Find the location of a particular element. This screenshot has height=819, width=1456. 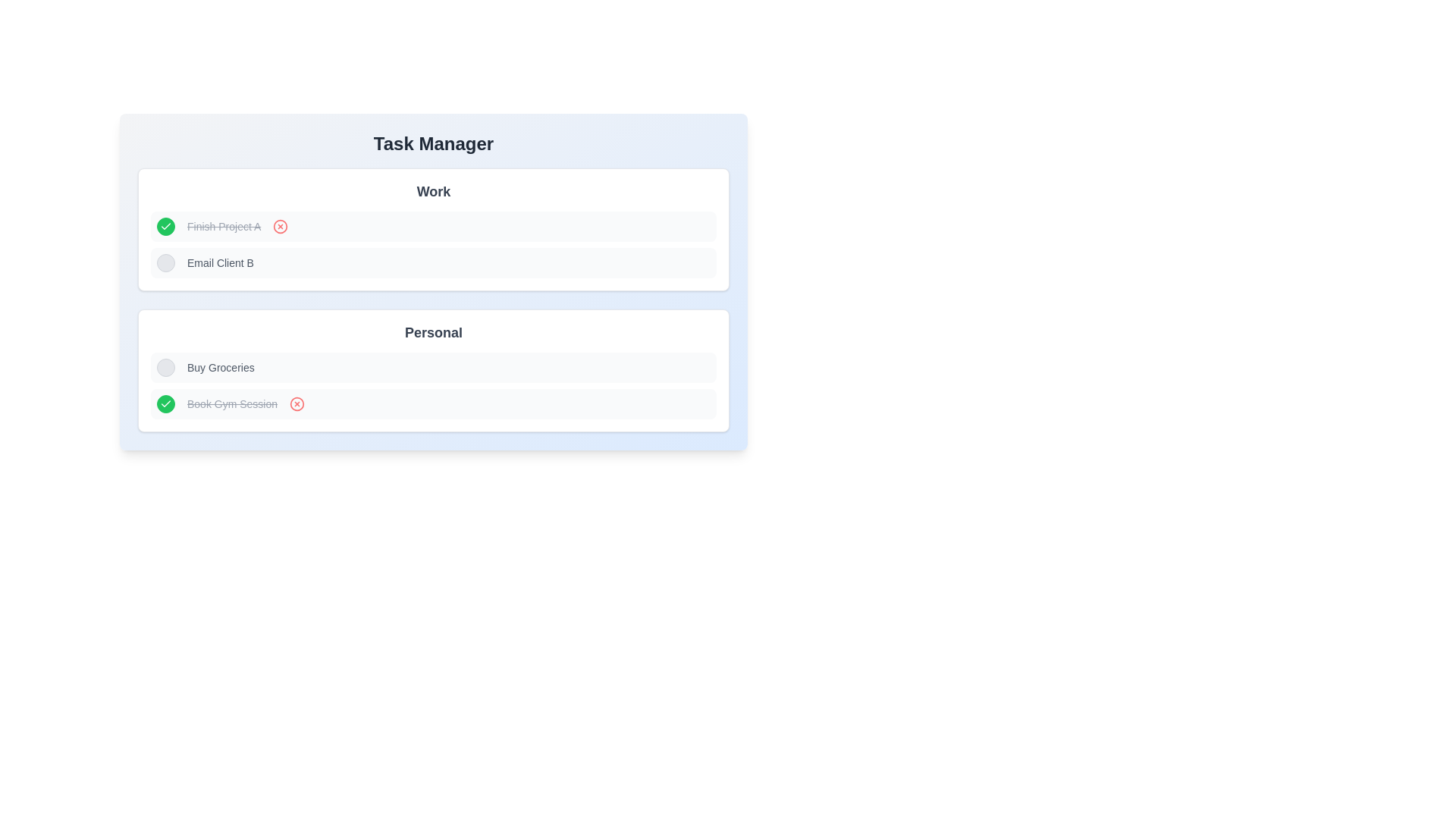

the delete or cancel SVG icon located in the 'Personal' section of the task manager, positioned to the right of 'Book Gym Session' is located at coordinates (297, 403).